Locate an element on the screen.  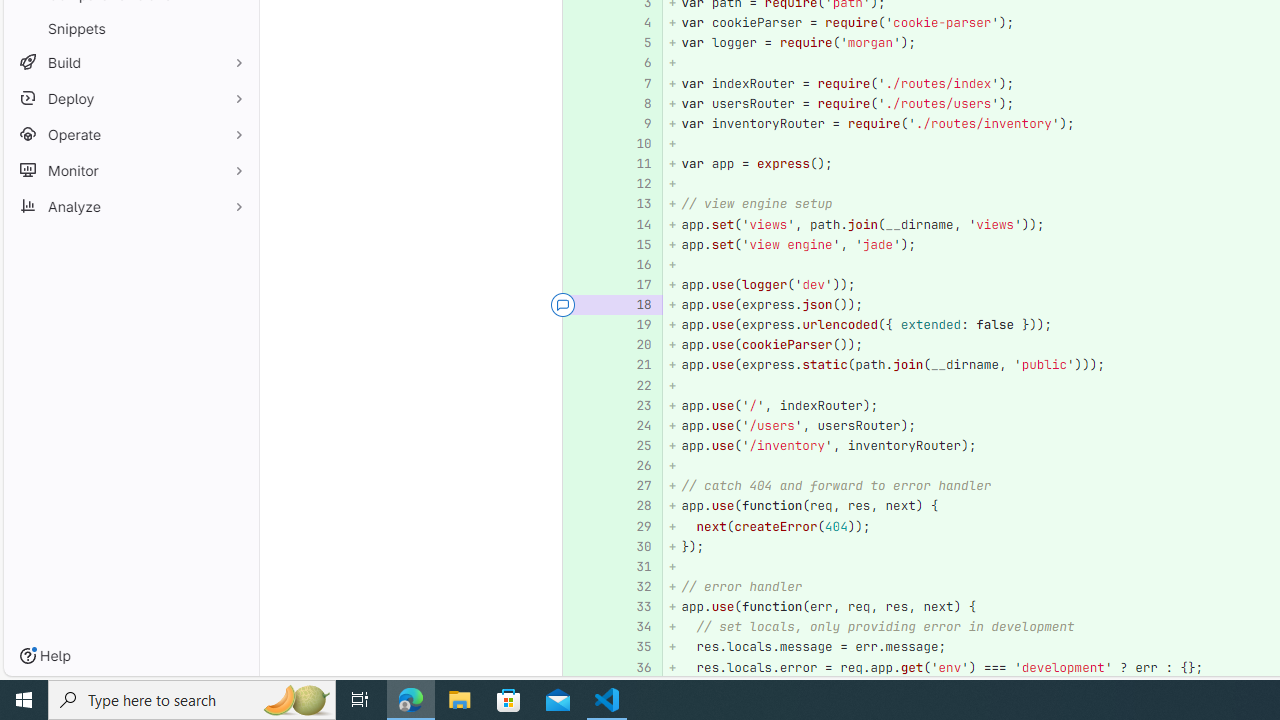
'10' is located at coordinates (633, 143).